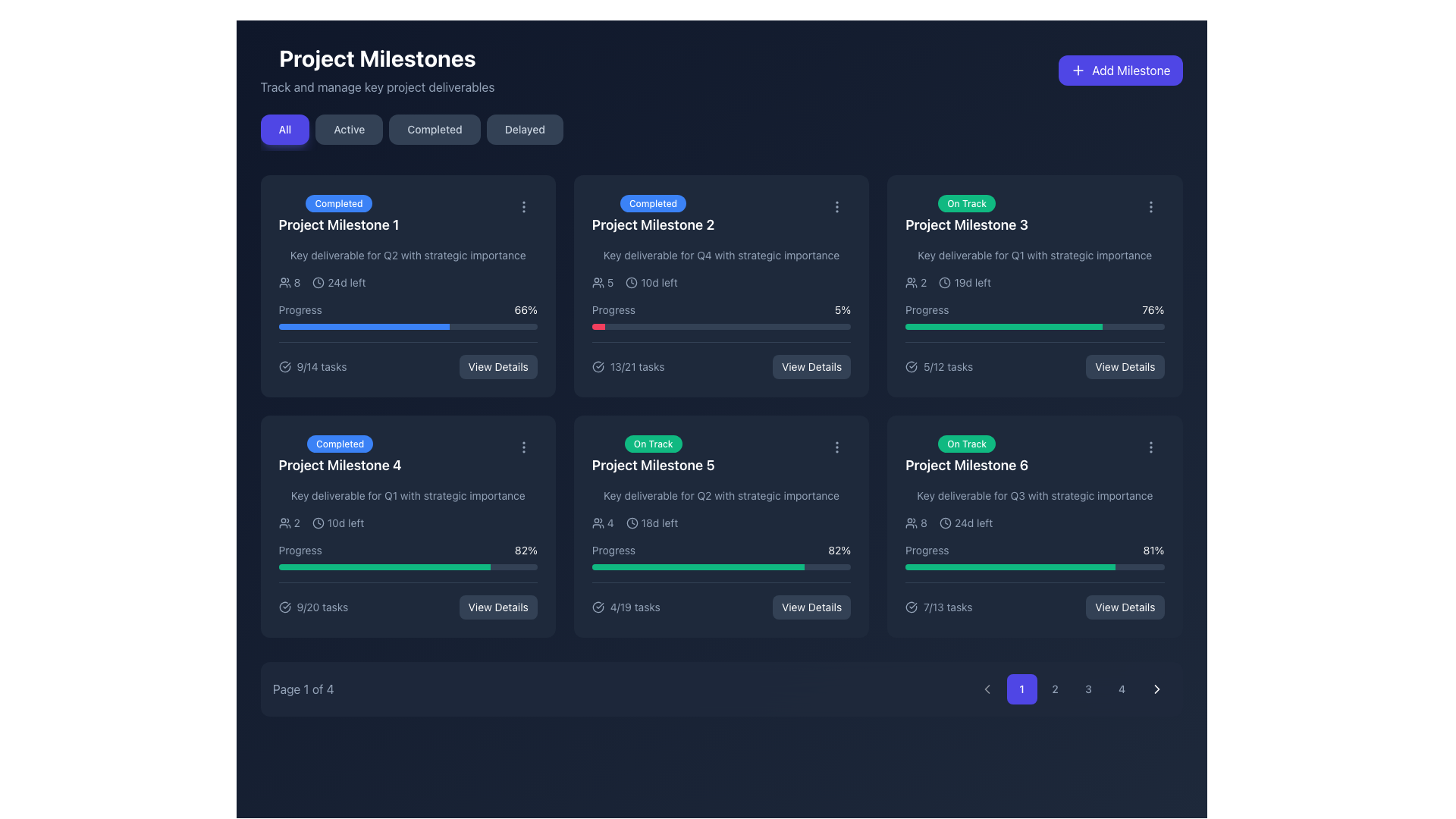 This screenshot has width=1456, height=819. Describe the element at coordinates (284, 607) in the screenshot. I see `the progress icon located in the bottom section of the 'Project Milestone 4' card, positioned to the left of the '9/20 tasks' text` at that location.